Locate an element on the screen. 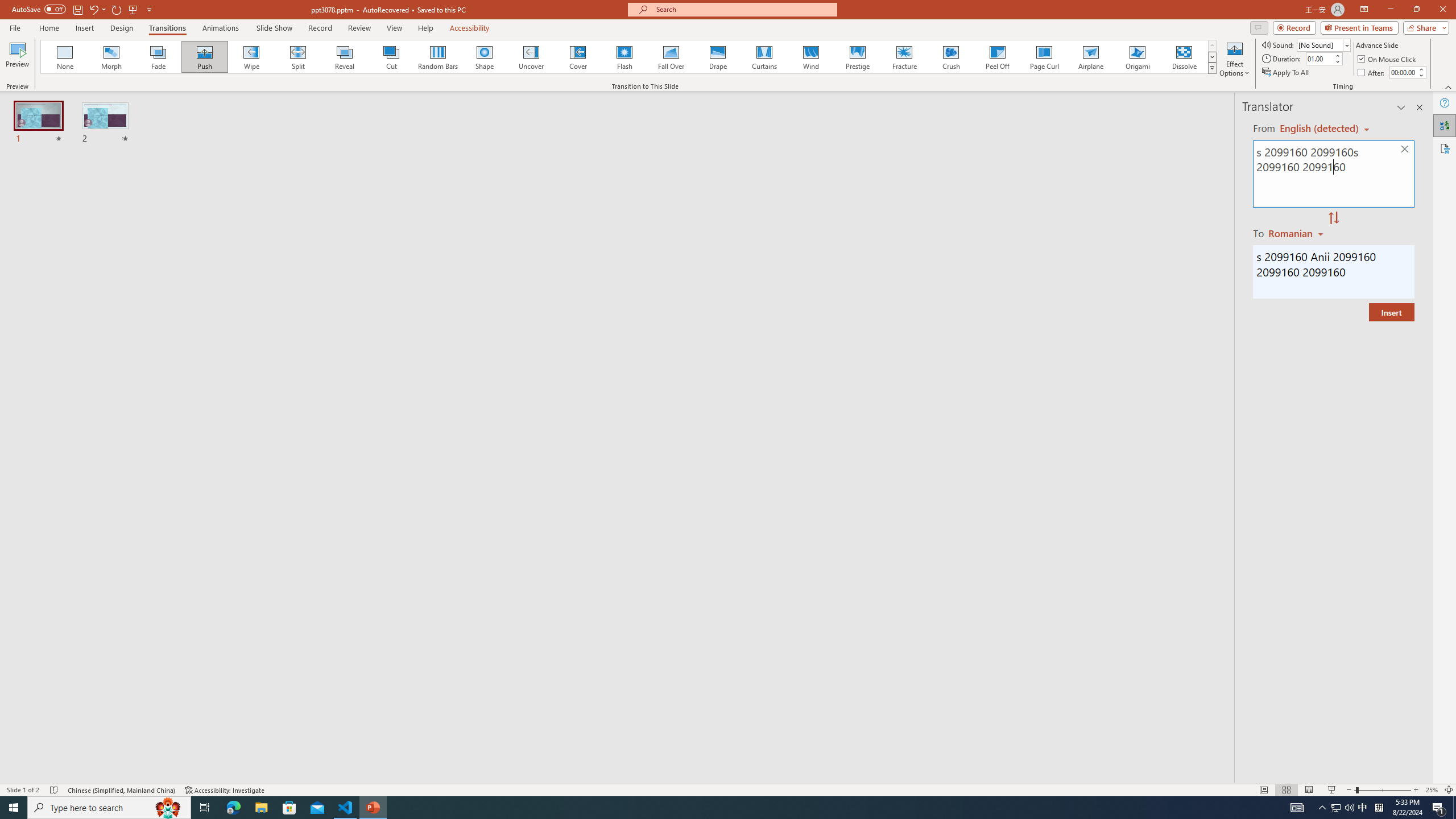 The width and height of the screenshot is (1456, 819). 'Origami' is located at coordinates (1136, 56).